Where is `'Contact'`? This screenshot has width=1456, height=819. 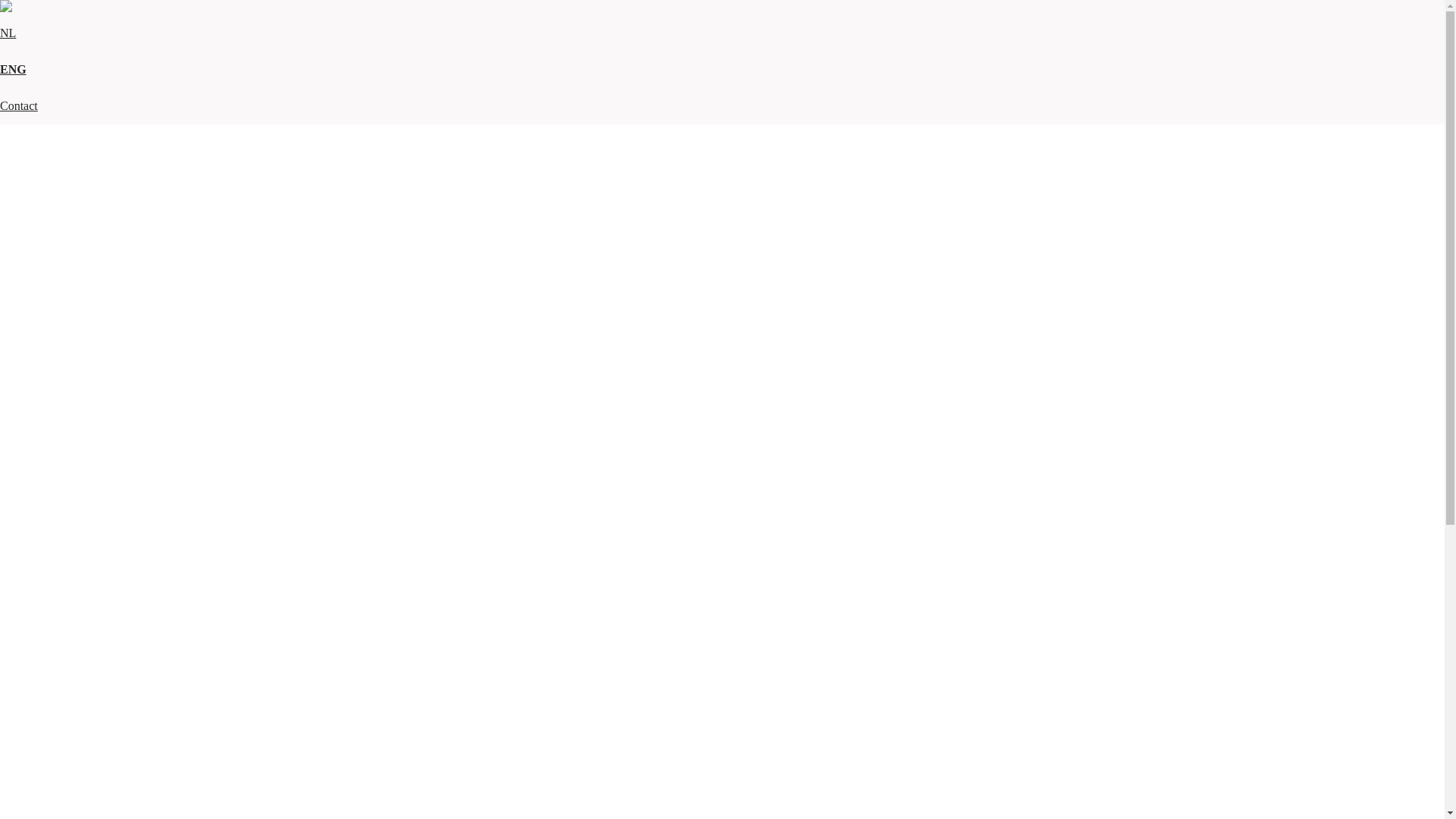
'Contact' is located at coordinates (18, 105).